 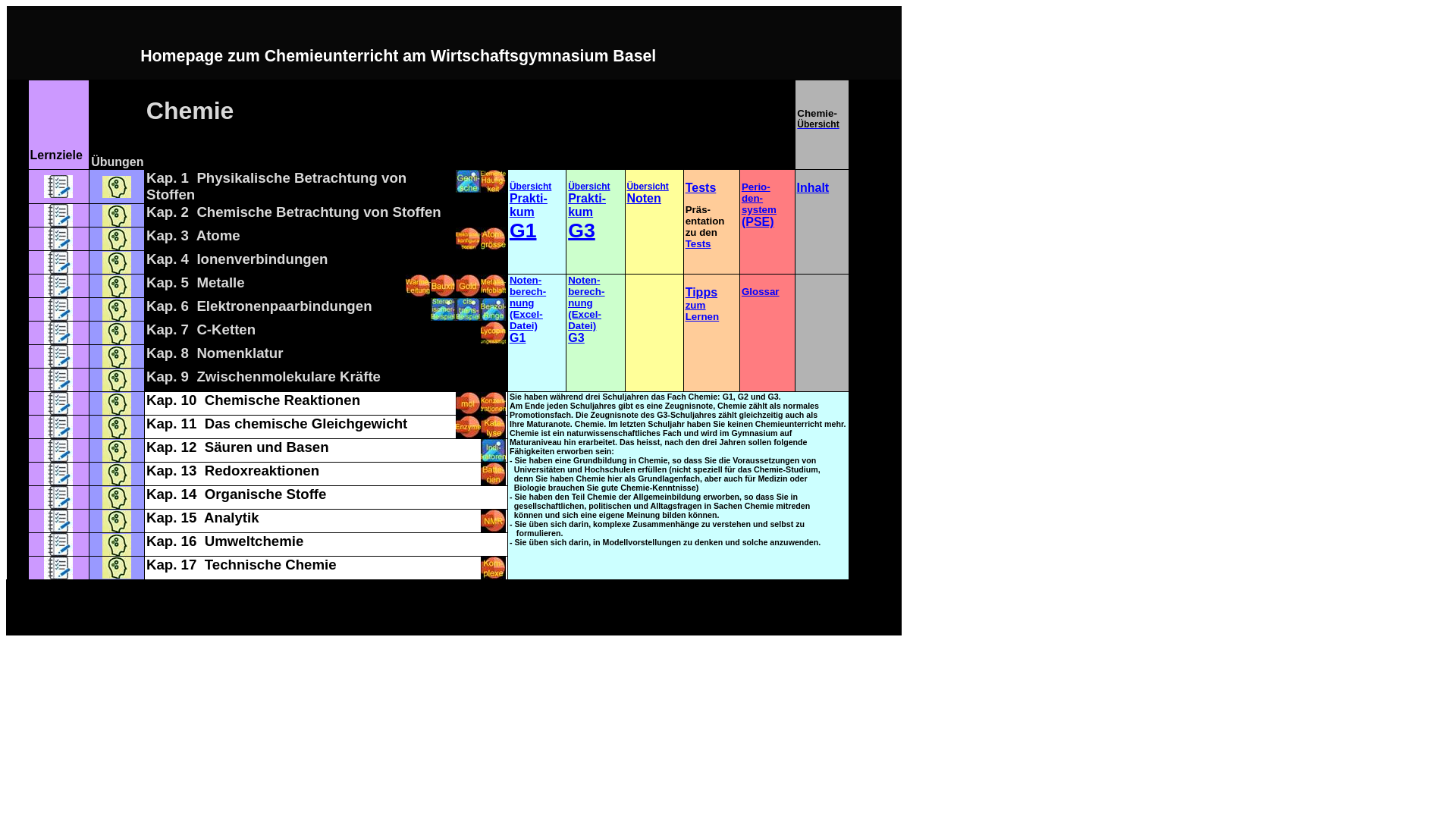 What do you see at coordinates (756, 186) in the screenshot?
I see `'Perio-'` at bounding box center [756, 186].